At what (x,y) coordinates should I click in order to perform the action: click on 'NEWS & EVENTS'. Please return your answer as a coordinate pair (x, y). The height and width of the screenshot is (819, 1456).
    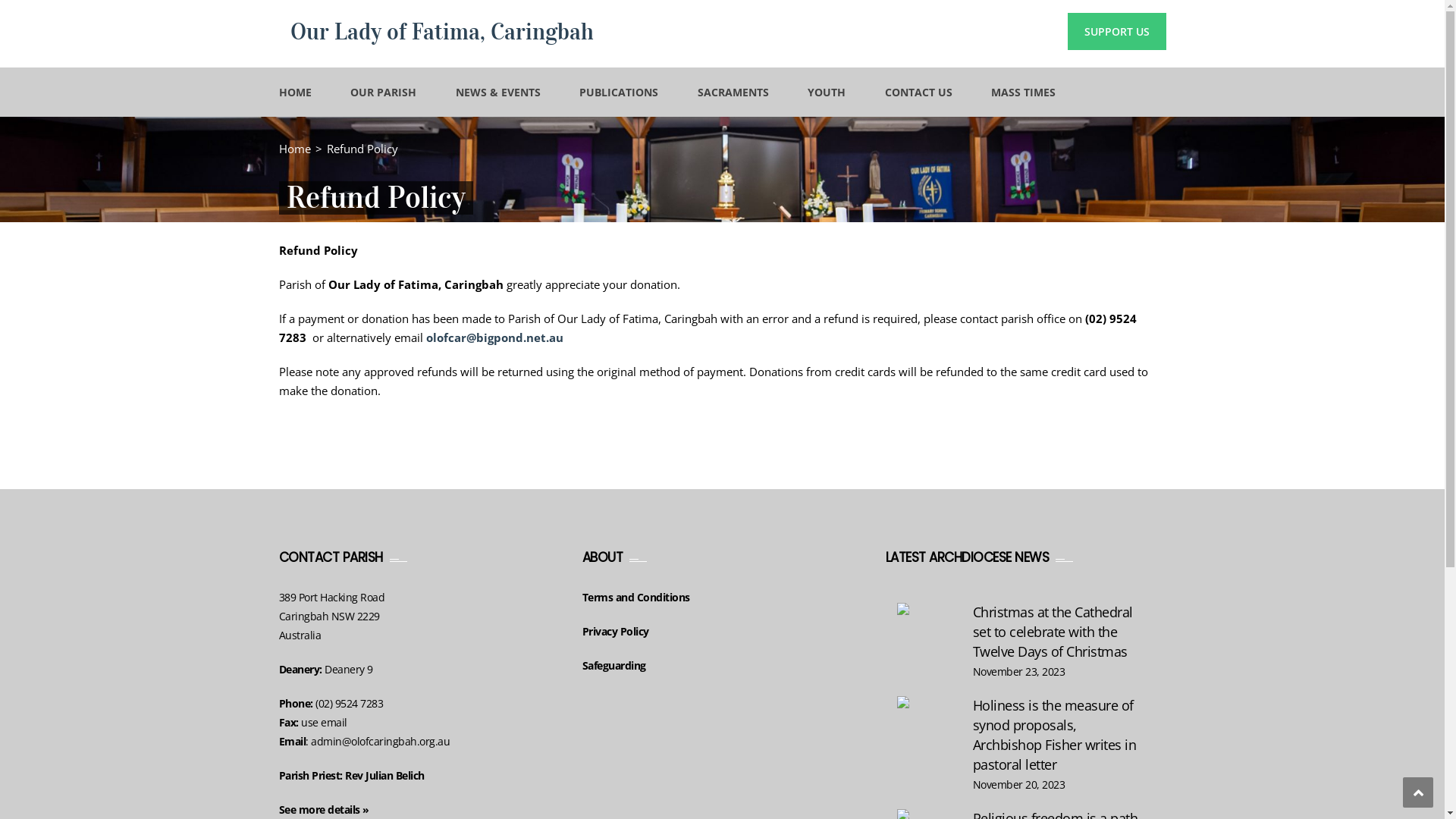
    Looking at the image, I should click on (497, 92).